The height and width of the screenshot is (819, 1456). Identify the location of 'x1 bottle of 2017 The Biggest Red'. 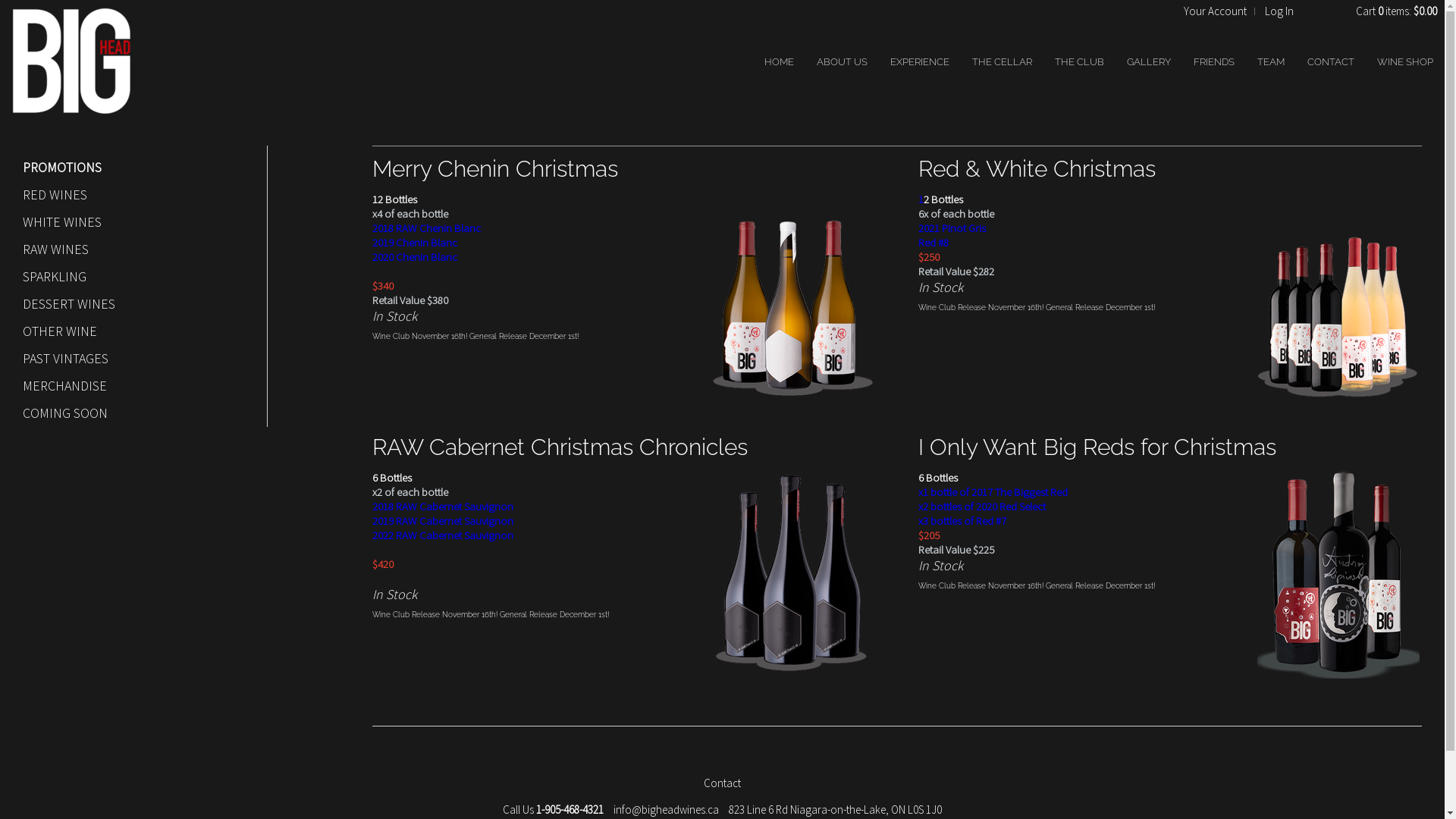
(993, 491).